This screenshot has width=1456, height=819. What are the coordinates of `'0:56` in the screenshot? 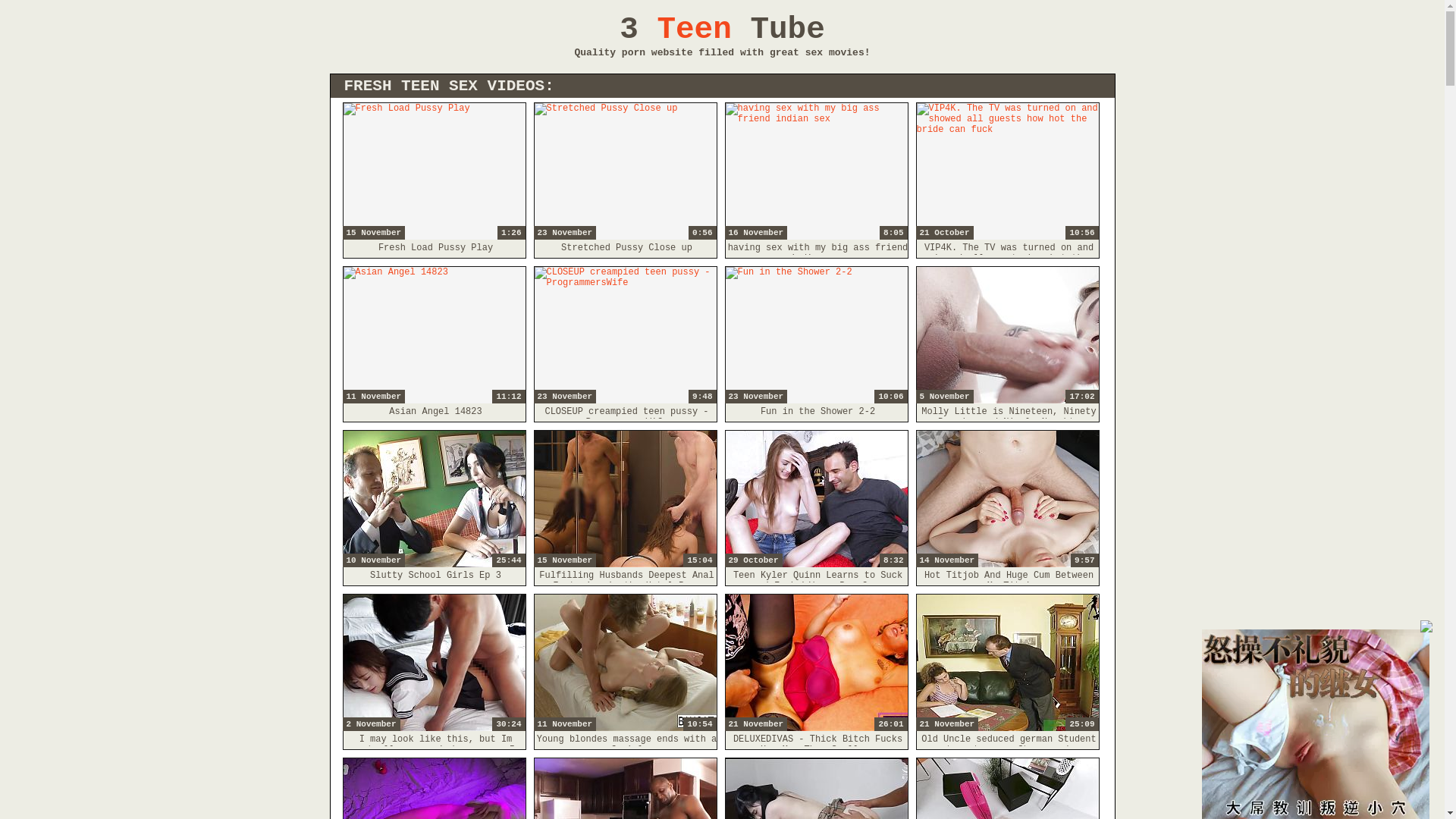 It's located at (625, 171).